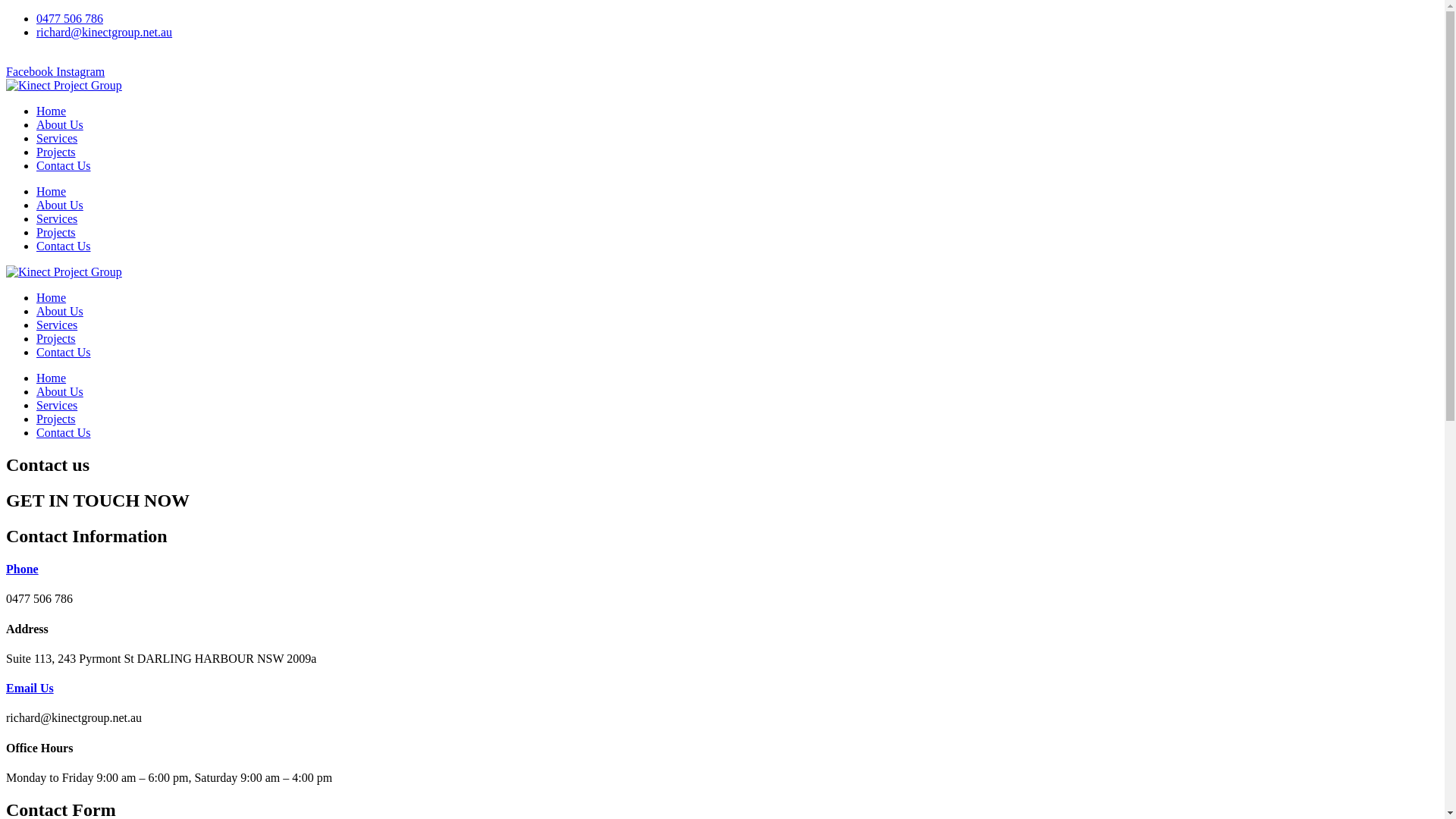 The width and height of the screenshot is (1456, 819). Describe the element at coordinates (31, 71) in the screenshot. I see `'Facebook'` at that location.